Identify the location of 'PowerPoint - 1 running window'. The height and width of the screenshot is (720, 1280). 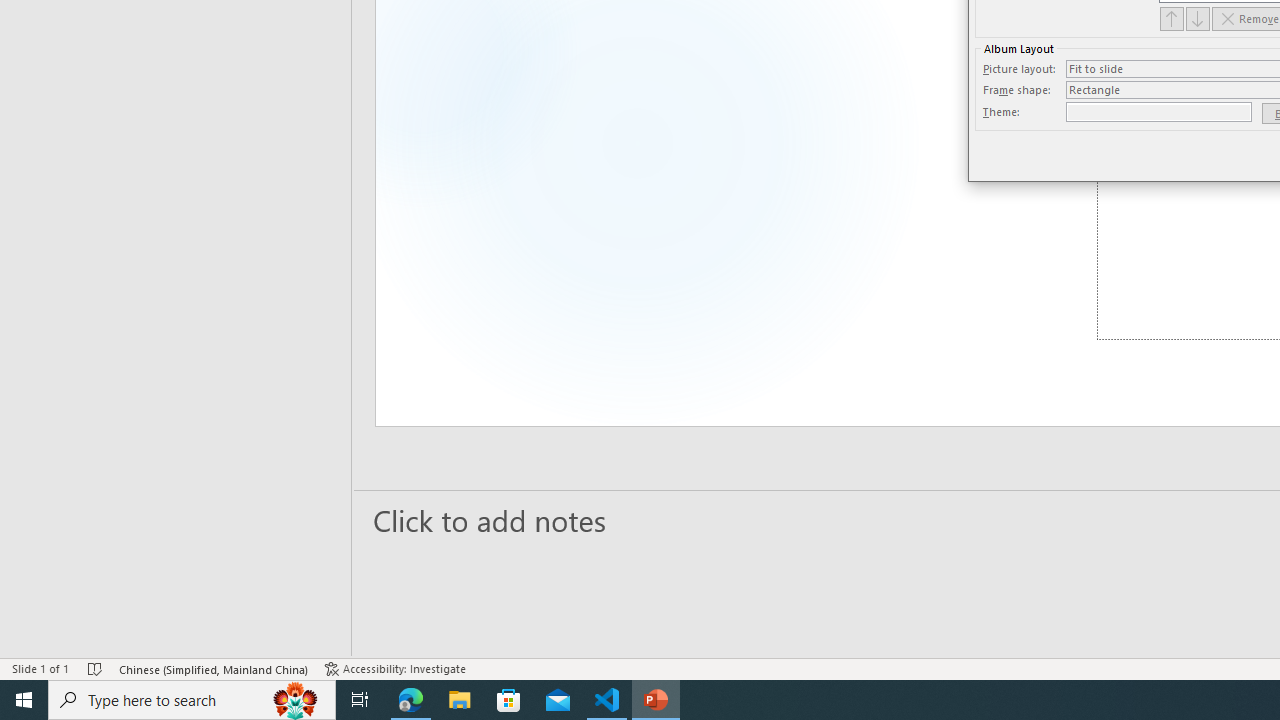
(656, 698).